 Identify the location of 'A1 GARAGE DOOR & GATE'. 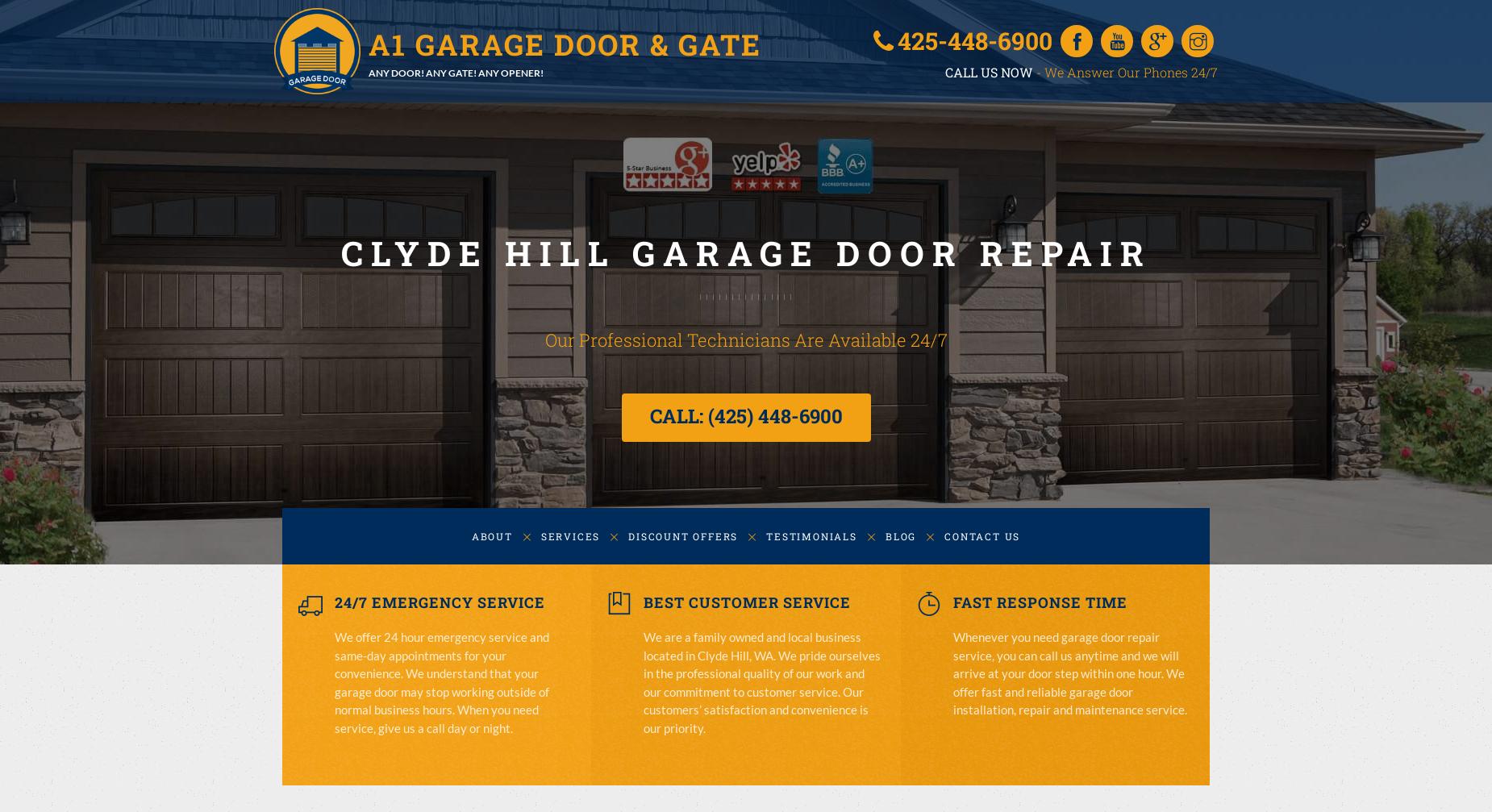
(565, 43).